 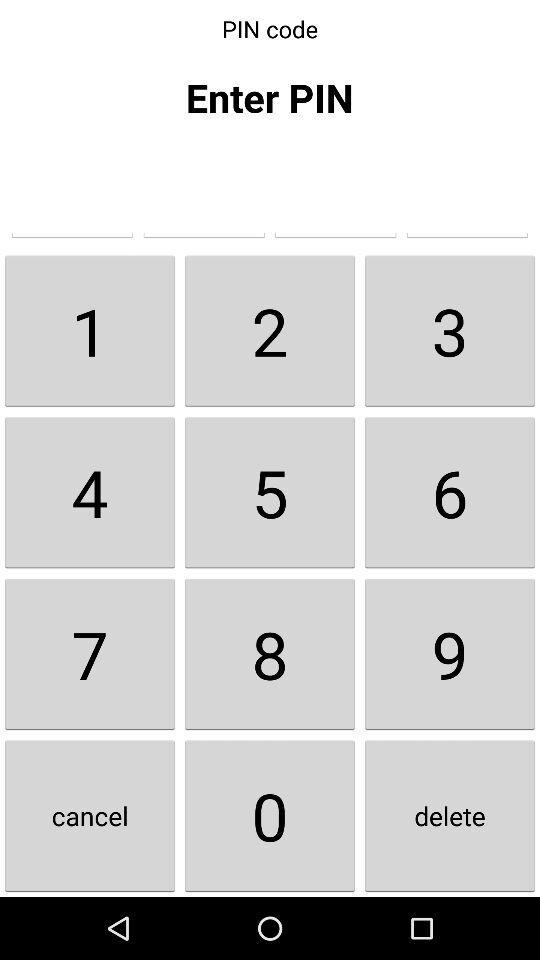 What do you see at coordinates (270, 653) in the screenshot?
I see `the item to the right of the 4 icon` at bounding box center [270, 653].